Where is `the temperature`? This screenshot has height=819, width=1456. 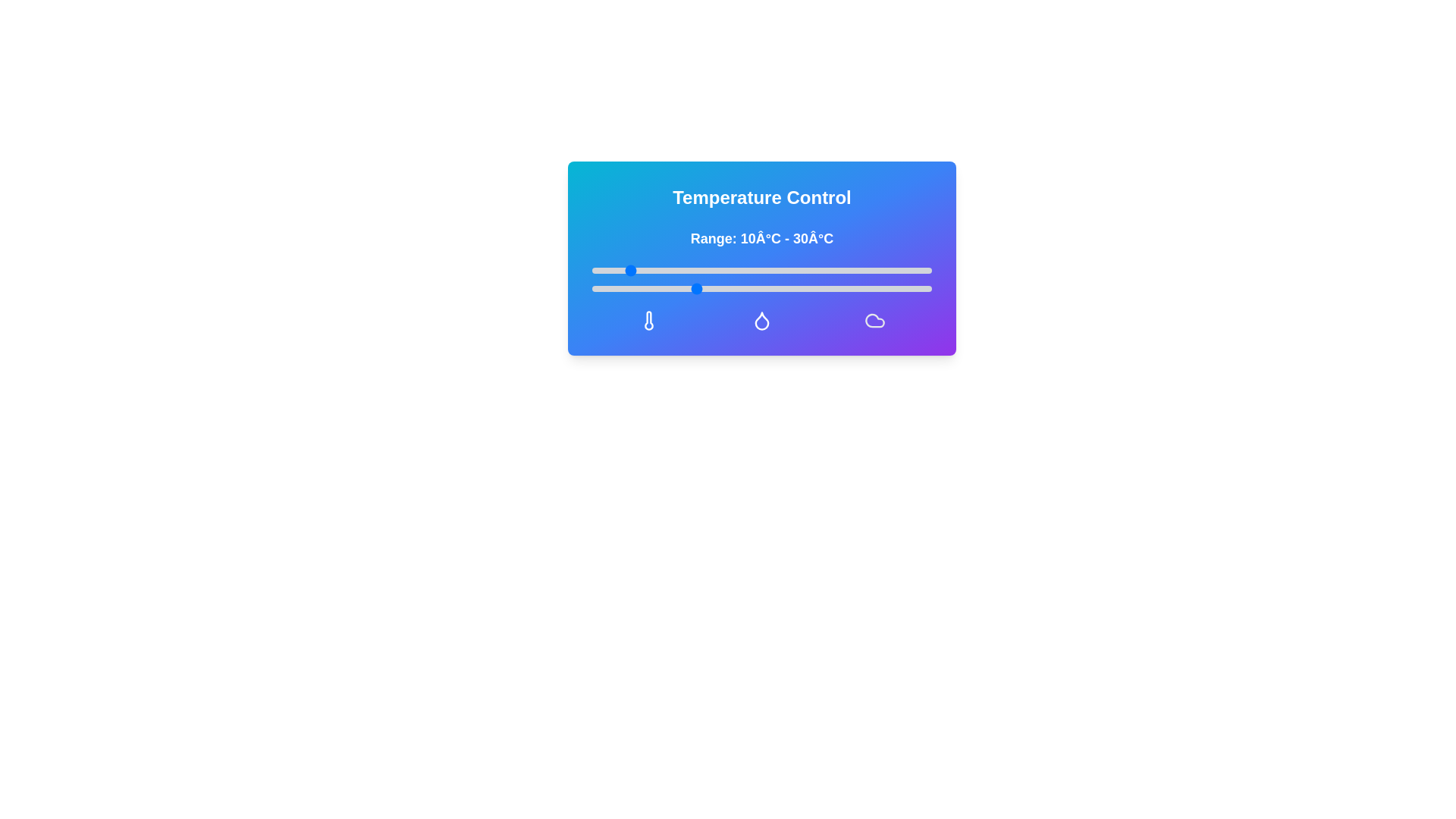
the temperature is located at coordinates (710, 270).